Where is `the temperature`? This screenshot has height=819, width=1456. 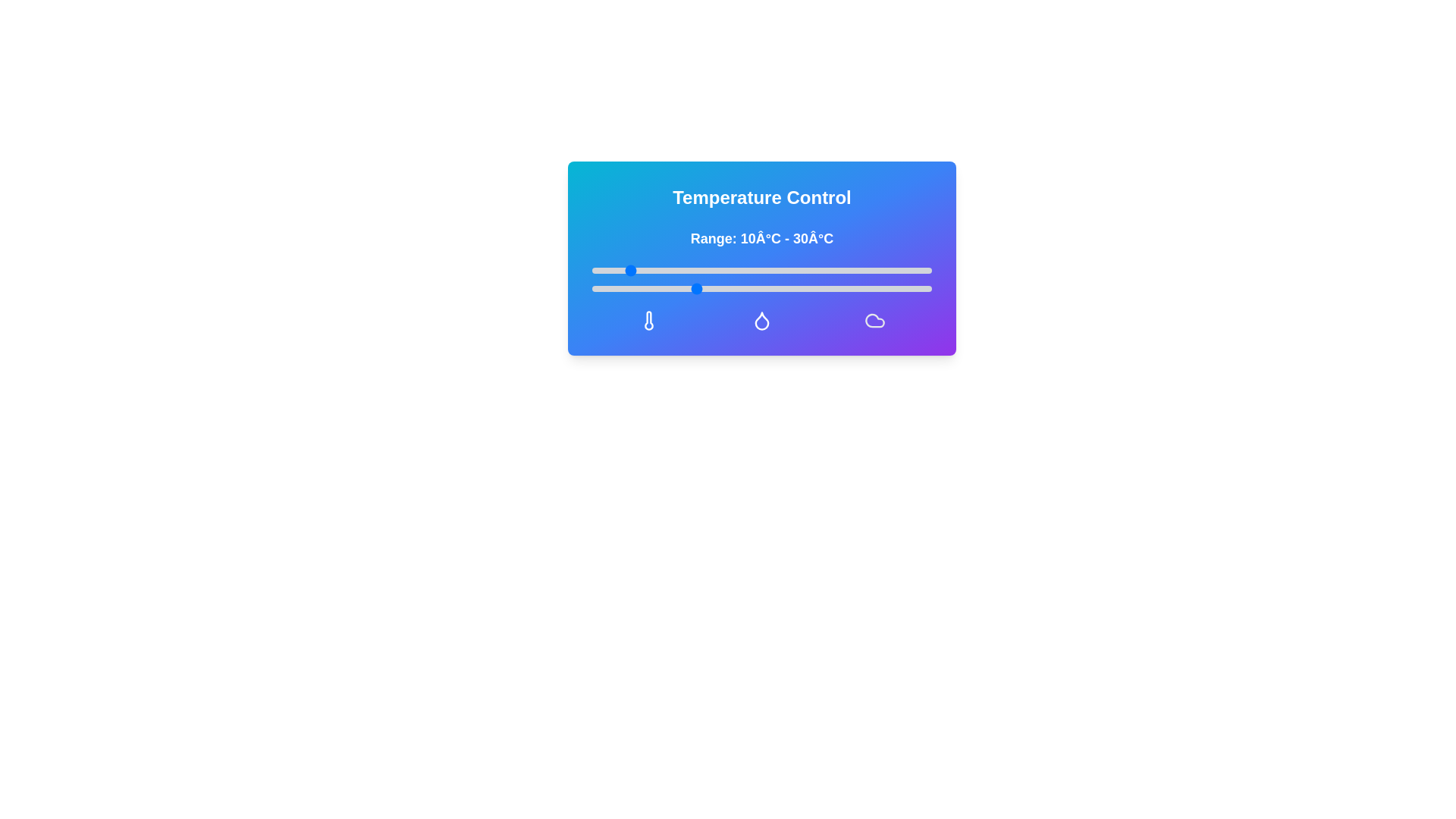
the temperature is located at coordinates (710, 270).